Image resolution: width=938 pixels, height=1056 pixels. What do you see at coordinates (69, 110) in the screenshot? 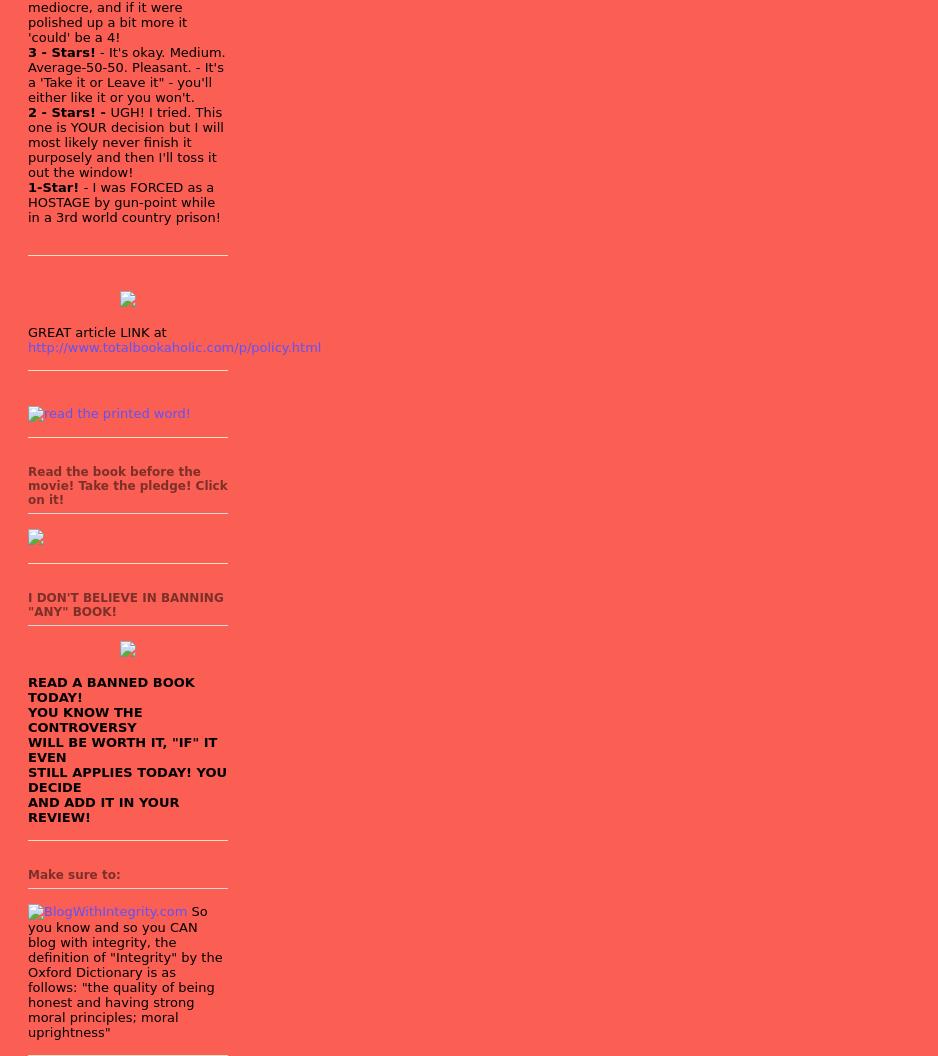
I see `'2 - Stars! -'` at bounding box center [69, 110].